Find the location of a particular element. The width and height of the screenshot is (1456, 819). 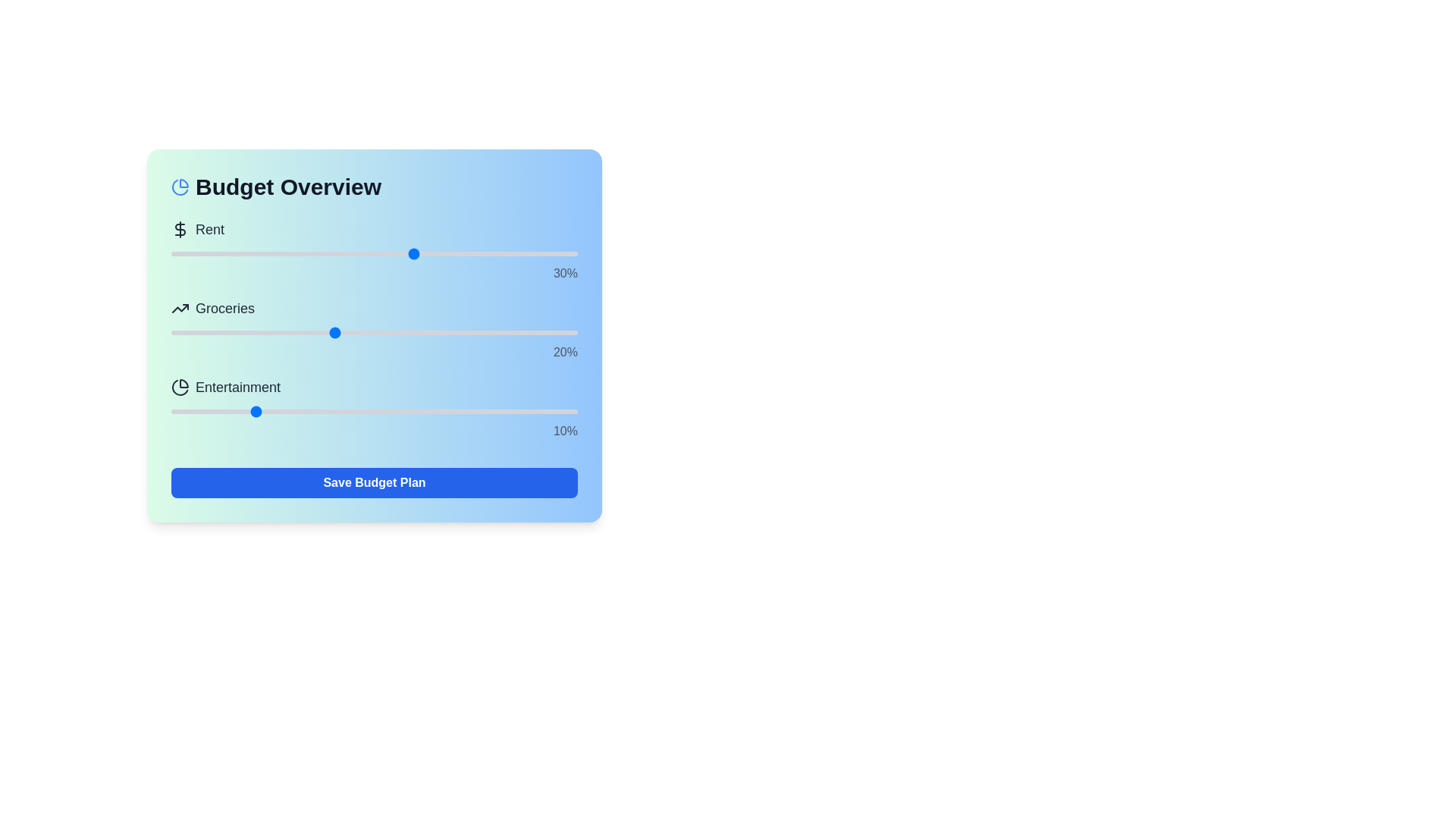

the 'Groceries' slider is located at coordinates (529, 332).